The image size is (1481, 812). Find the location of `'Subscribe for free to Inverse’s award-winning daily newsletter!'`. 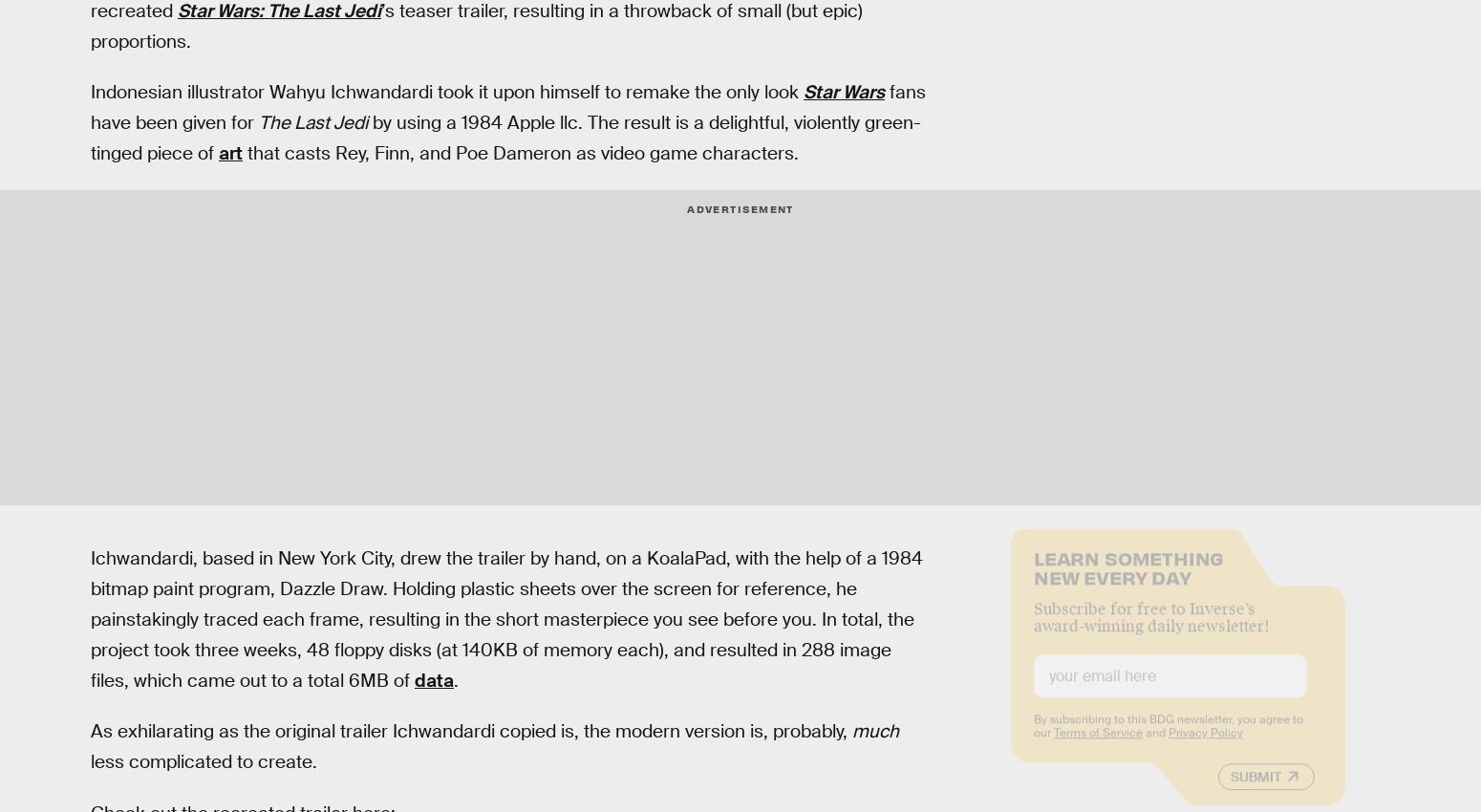

'Subscribe for free to Inverse’s award-winning daily newsletter!' is located at coordinates (1150, 631).